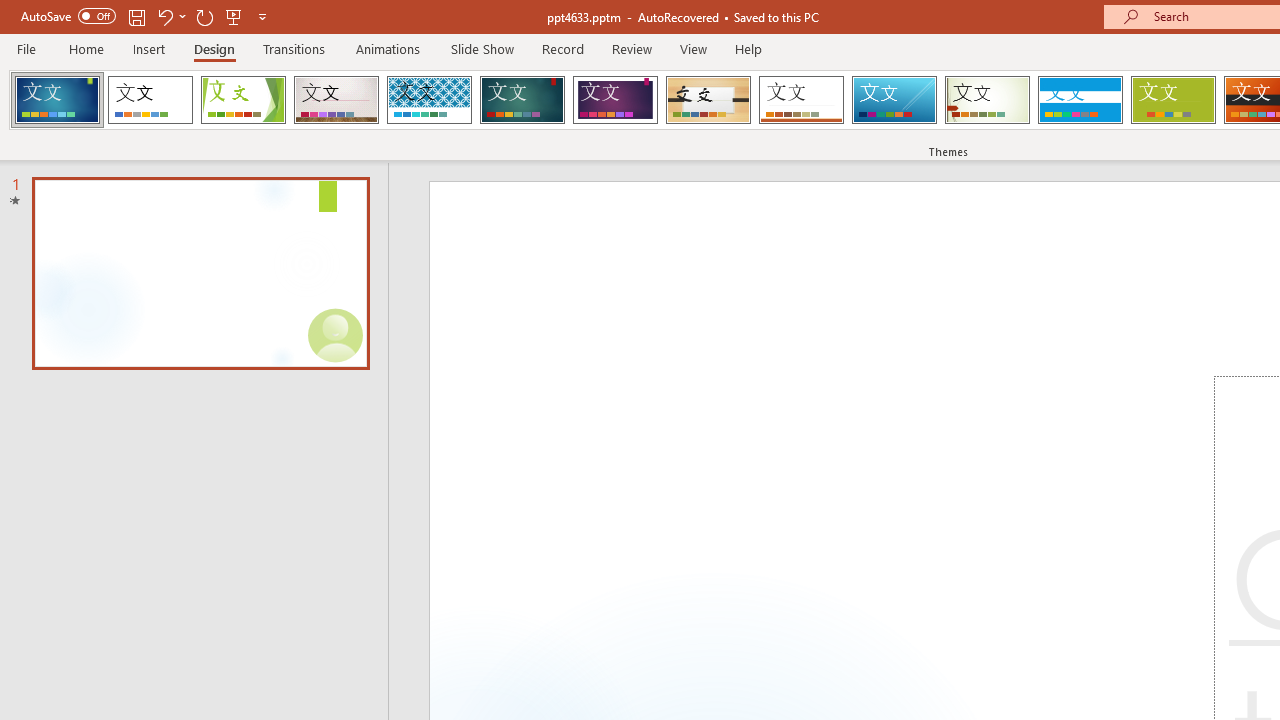 This screenshot has height=720, width=1280. Describe the element at coordinates (1079, 100) in the screenshot. I see `'Banded Loading Preview...'` at that location.